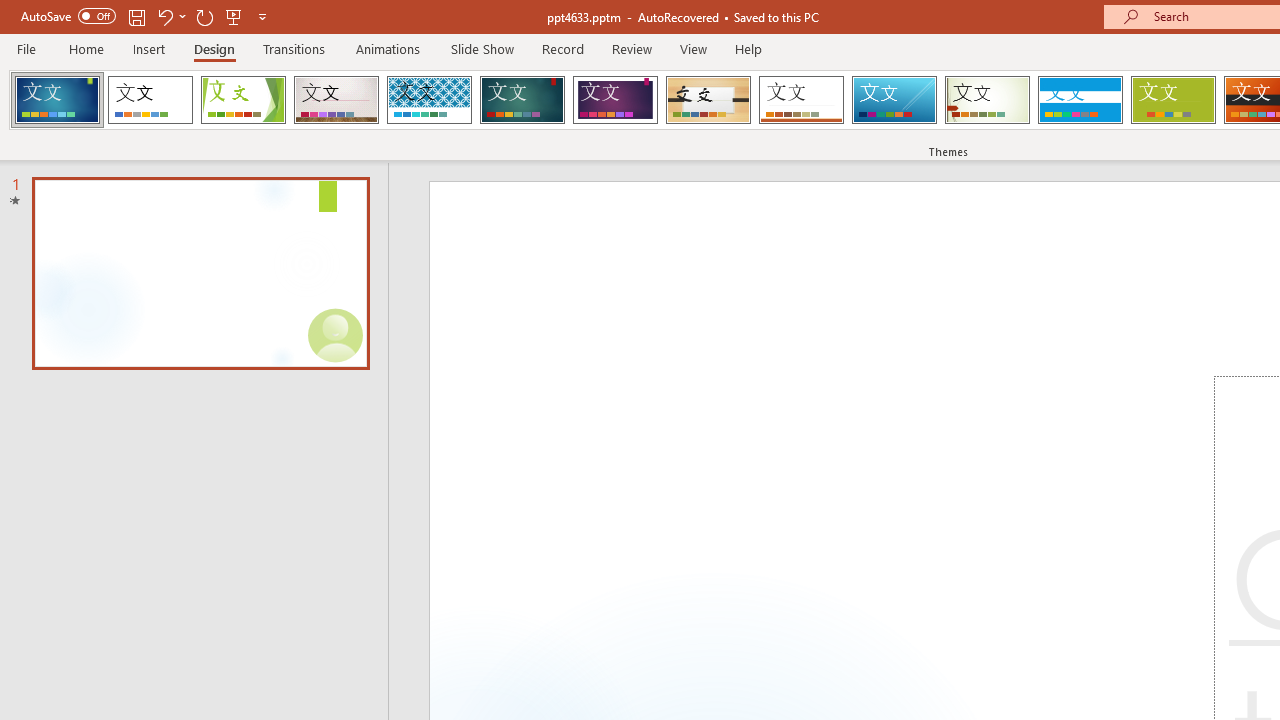 This screenshot has height=720, width=1280. Describe the element at coordinates (1079, 100) in the screenshot. I see `'Banded Loading Preview...'` at that location.